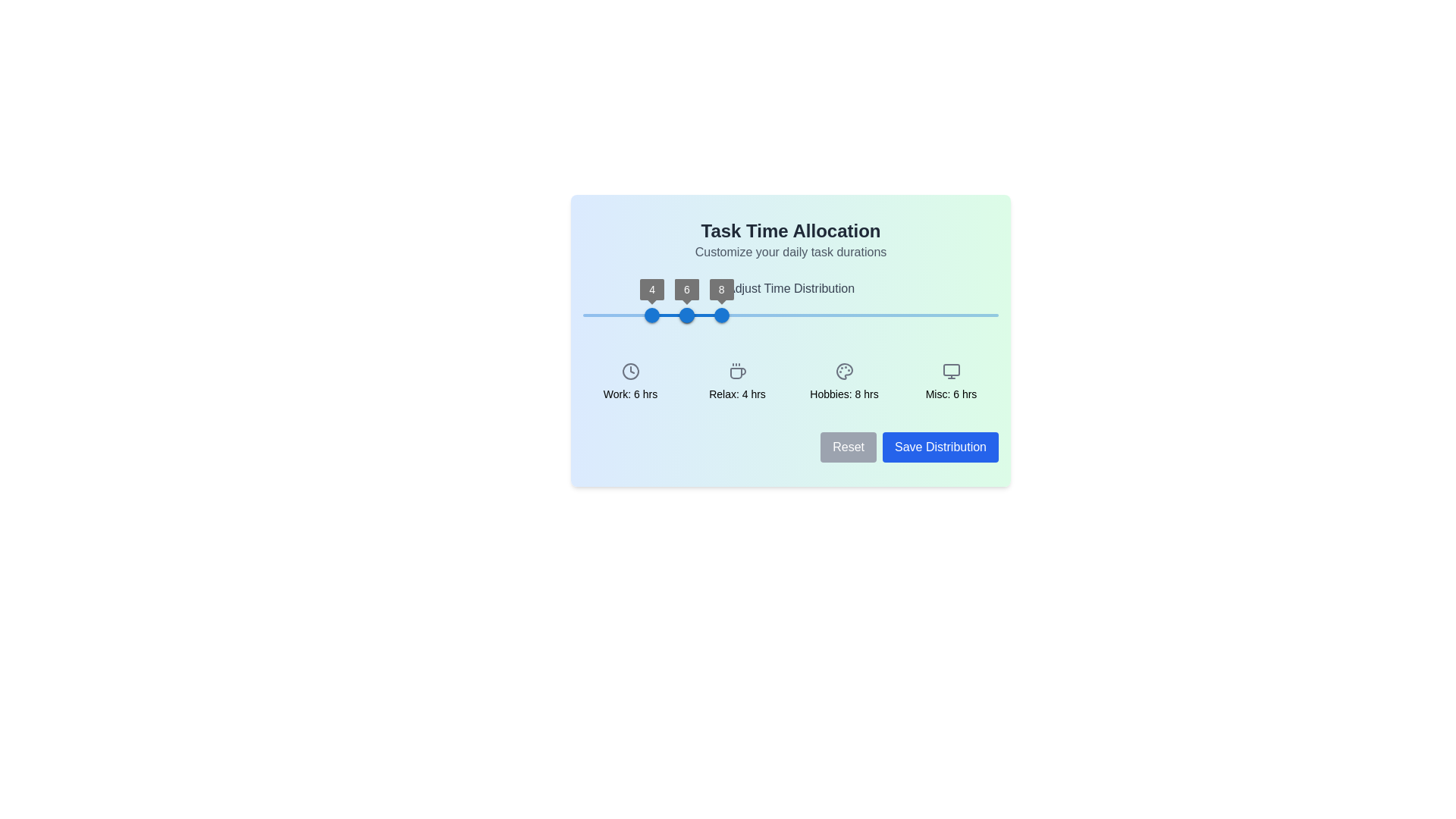 Image resolution: width=1456 pixels, height=819 pixels. Describe the element at coordinates (950, 381) in the screenshot. I see `the label indicating the allocated duration of 6 hours for miscellaneous activities, which is represented by a monitor icon and is located in the bottom right of the four-column grid` at that location.